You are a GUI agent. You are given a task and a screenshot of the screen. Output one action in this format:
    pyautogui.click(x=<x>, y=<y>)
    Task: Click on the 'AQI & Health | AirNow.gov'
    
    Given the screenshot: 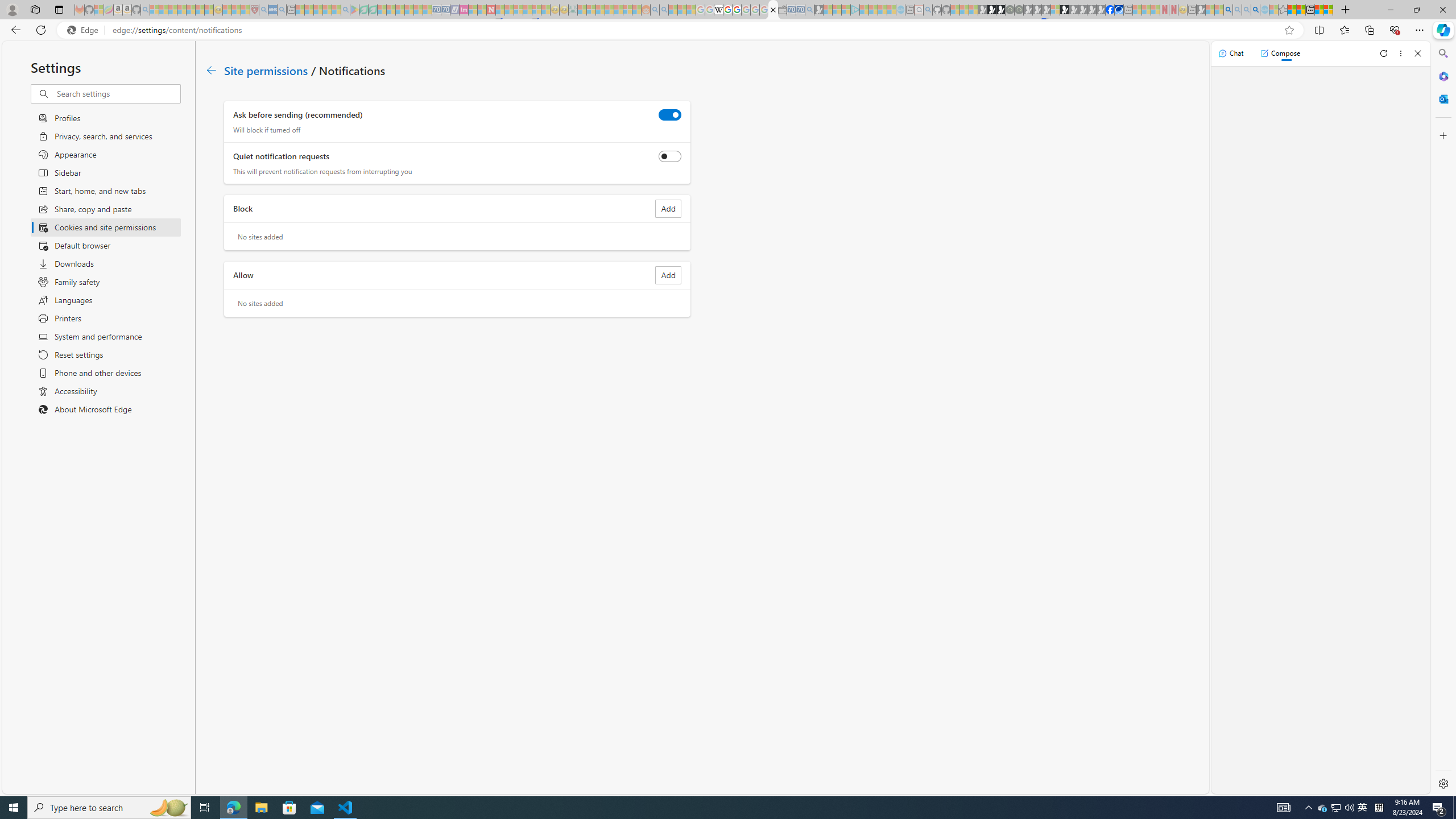 What is the action you would take?
    pyautogui.click(x=1118, y=9)
    